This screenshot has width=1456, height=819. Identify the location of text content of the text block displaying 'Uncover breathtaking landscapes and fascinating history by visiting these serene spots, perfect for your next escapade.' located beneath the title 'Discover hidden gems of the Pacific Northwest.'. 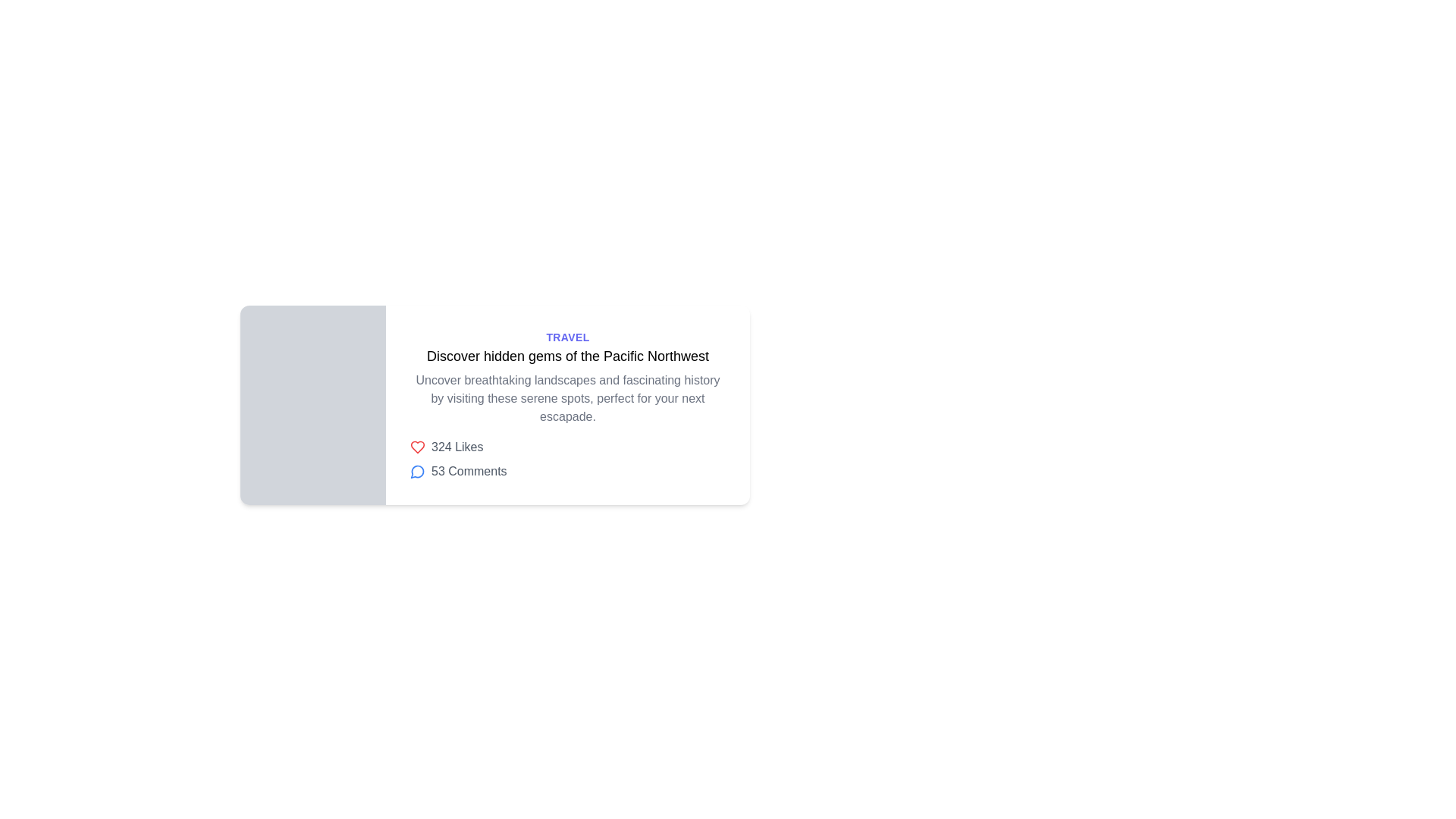
(566, 397).